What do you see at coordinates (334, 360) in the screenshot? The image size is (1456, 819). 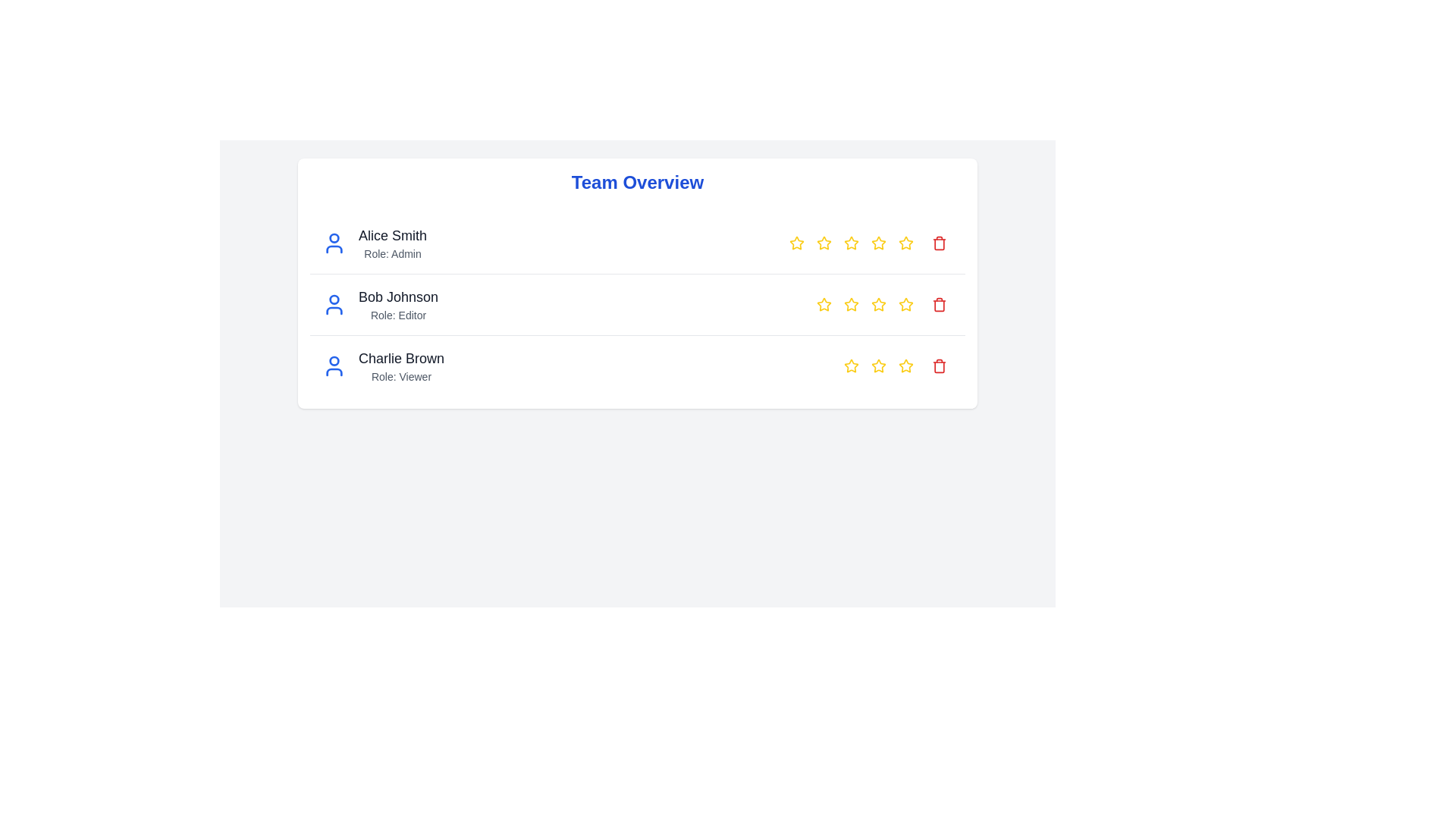 I see `the SVG circle element with a blue outline located within the avatar icon associated with the user entry labeled 'Charlie Brown' in the third row of the user list` at bounding box center [334, 360].